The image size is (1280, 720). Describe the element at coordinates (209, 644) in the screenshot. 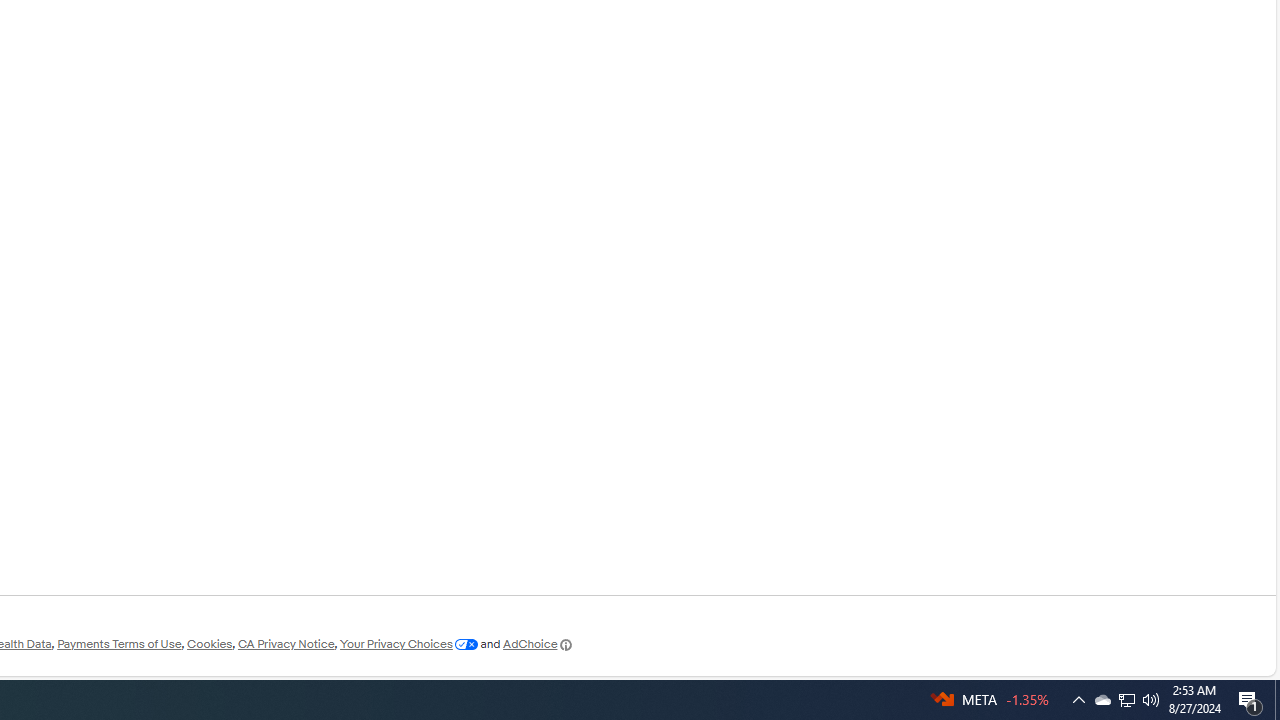

I see `'Cookies'` at that location.